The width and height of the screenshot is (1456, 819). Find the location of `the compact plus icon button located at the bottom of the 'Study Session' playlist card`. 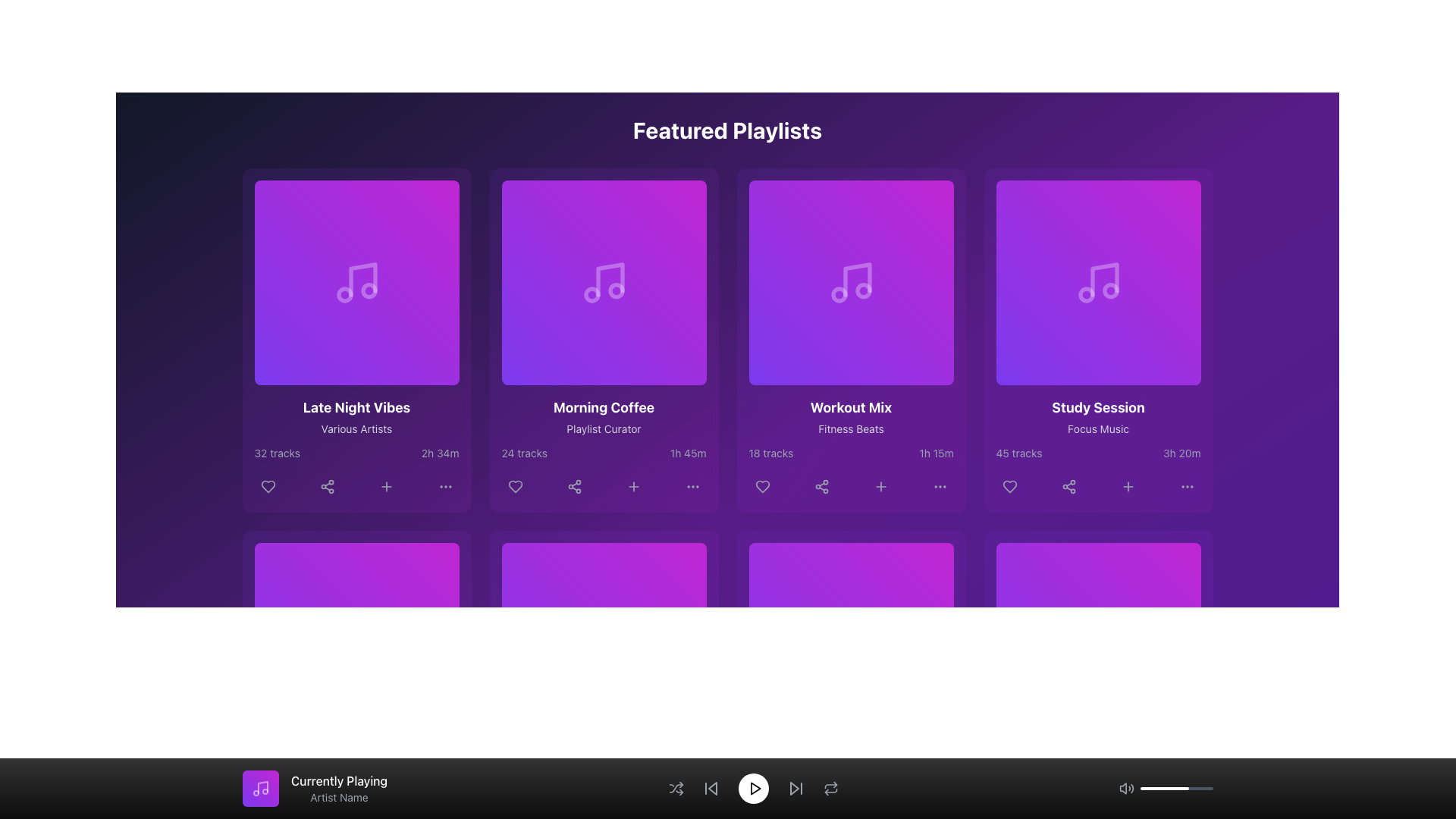

the compact plus icon button located at the bottom of the 'Study Session' playlist card is located at coordinates (1128, 486).